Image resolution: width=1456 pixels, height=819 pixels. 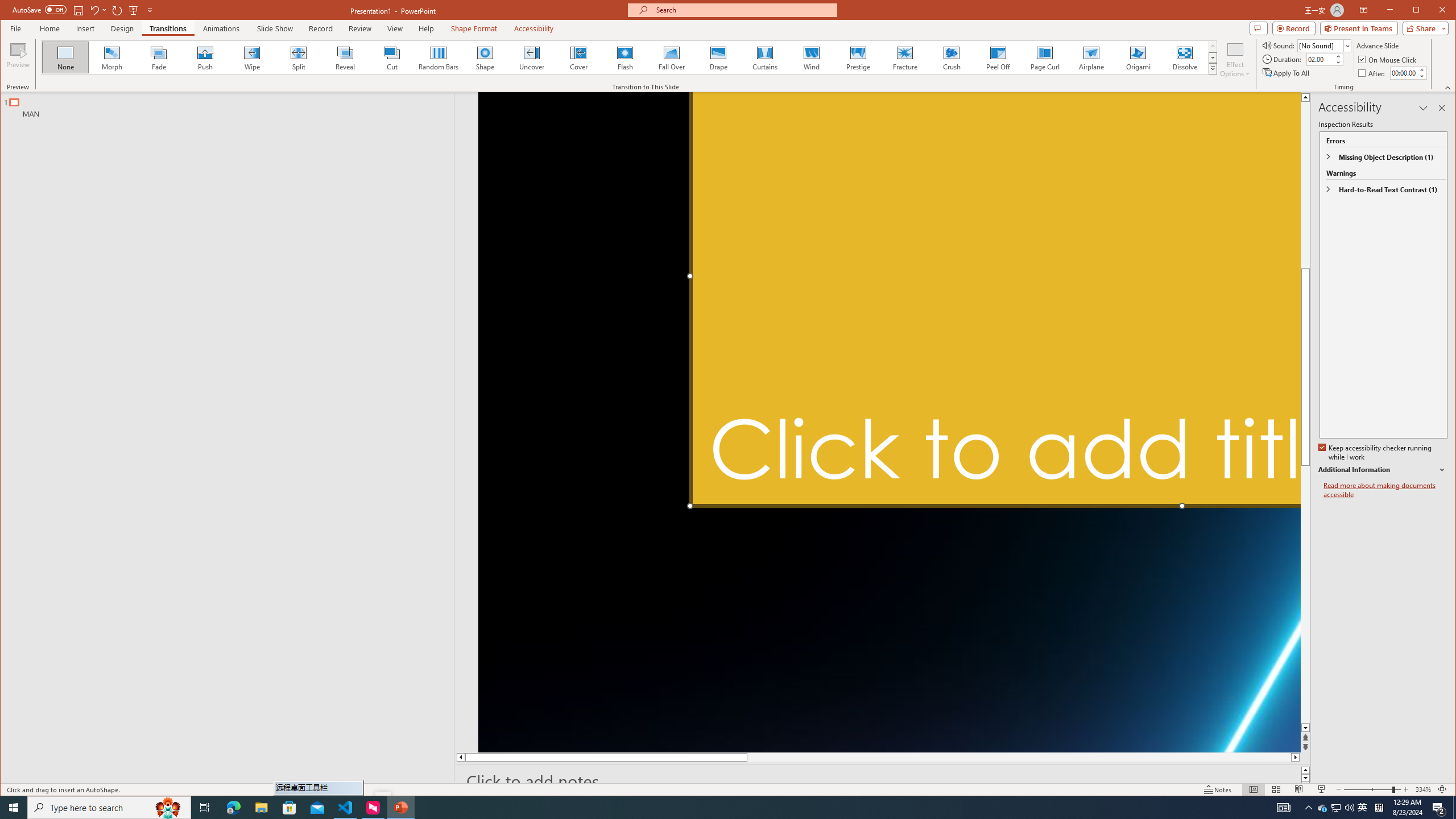 I want to click on 'Fade', so click(x=158, y=57).